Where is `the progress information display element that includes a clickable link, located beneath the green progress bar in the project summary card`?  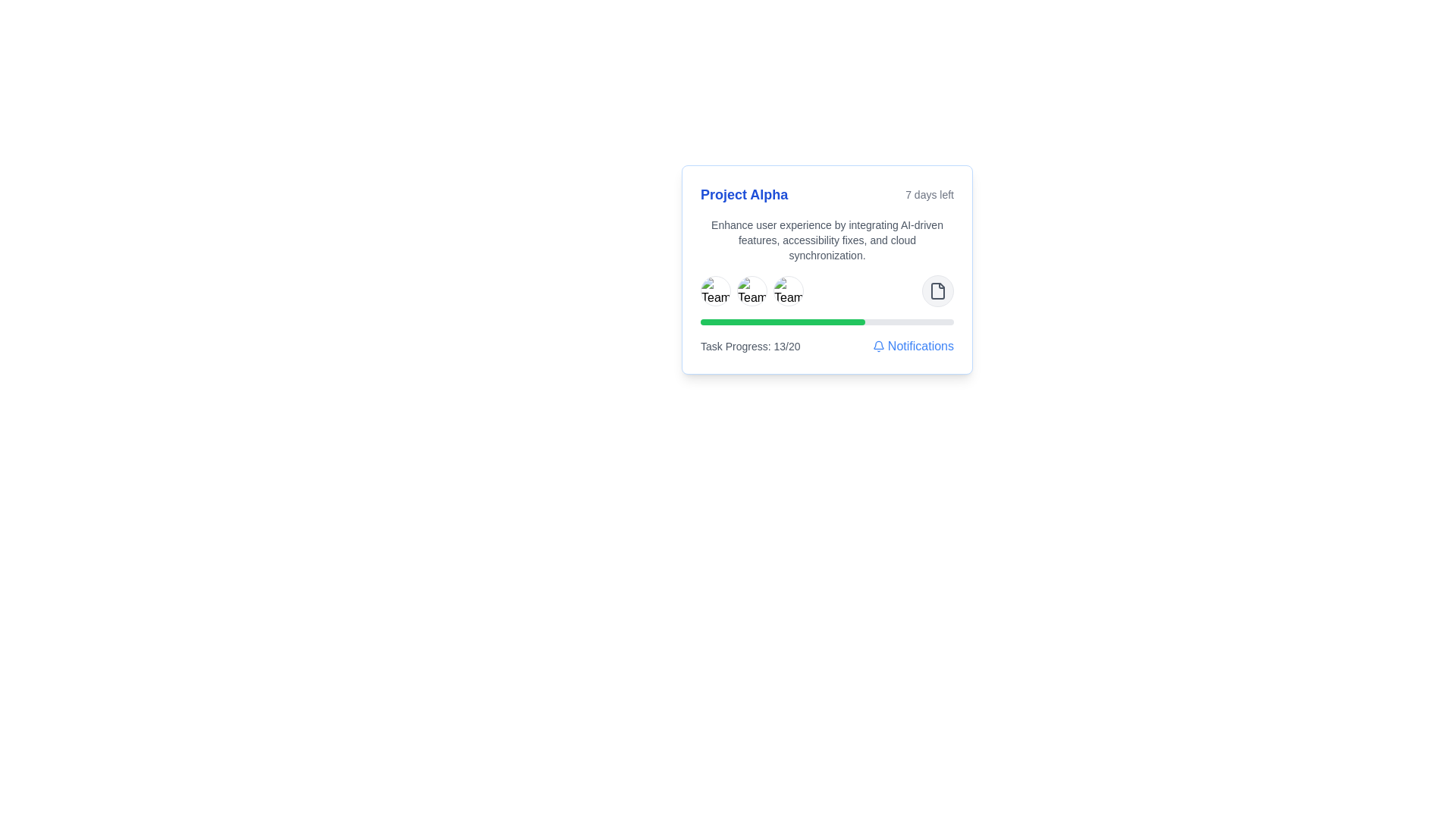 the progress information display element that includes a clickable link, located beneath the green progress bar in the project summary card is located at coordinates (826, 346).